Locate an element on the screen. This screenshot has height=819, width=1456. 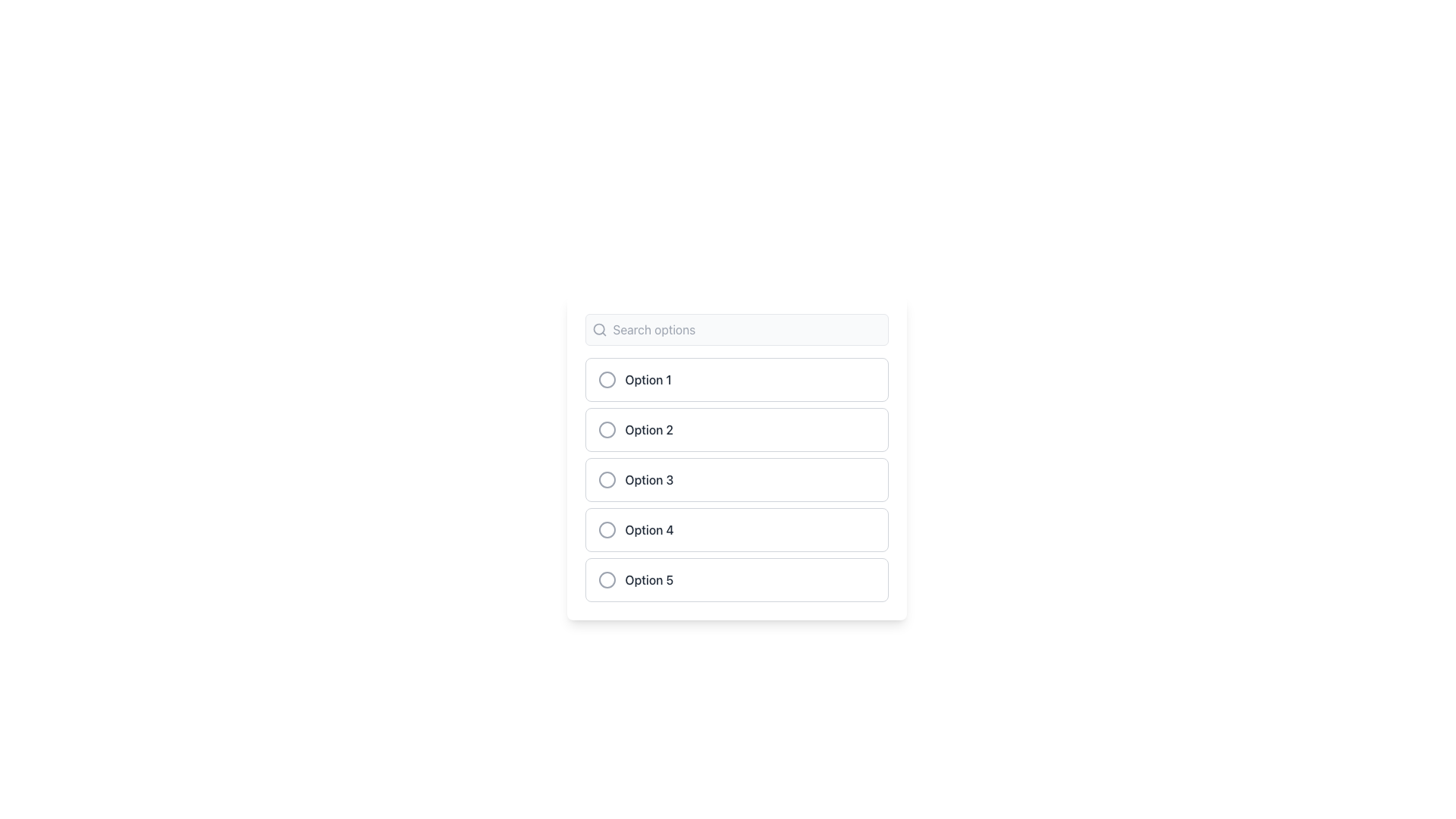
the associated option by clicking the radio button next to the 'Option 3' text label, which is displayed in gray on a white background is located at coordinates (649, 479).